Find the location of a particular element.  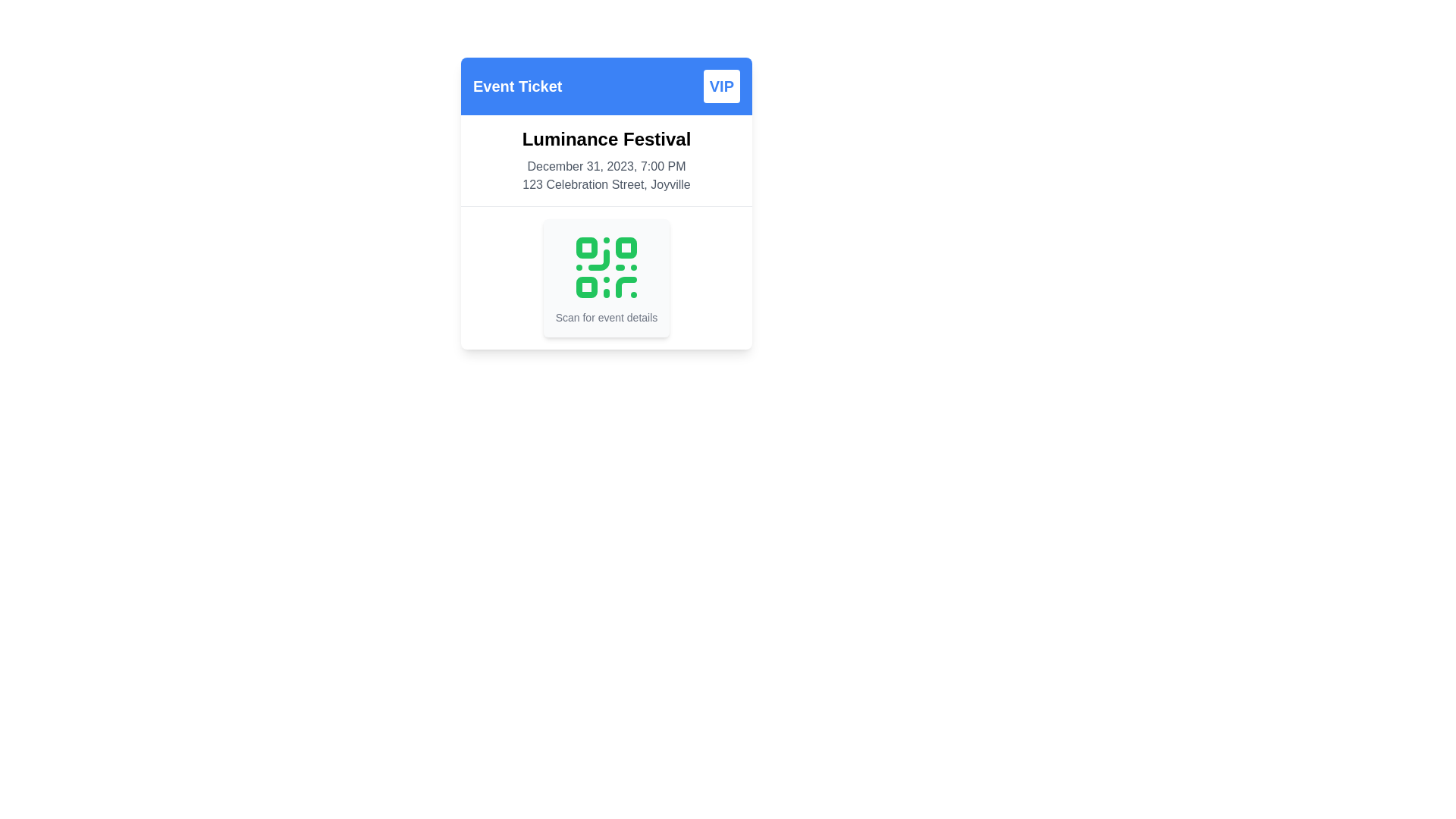

the top-left sub-square of the QR code icon in the central part of the card layout under the event details is located at coordinates (585, 247).